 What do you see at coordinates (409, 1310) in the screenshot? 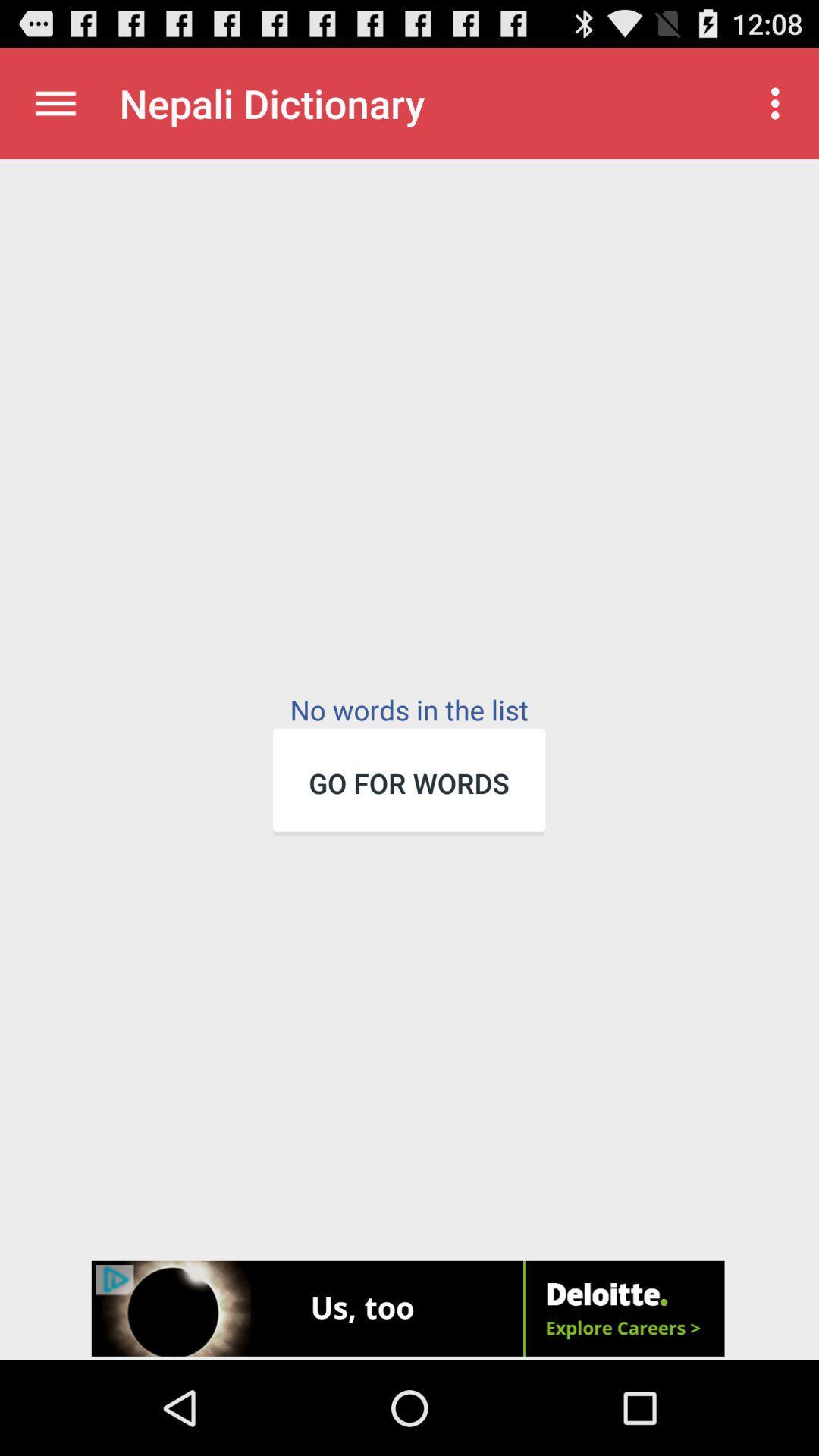
I see `advertising bar` at bounding box center [409, 1310].